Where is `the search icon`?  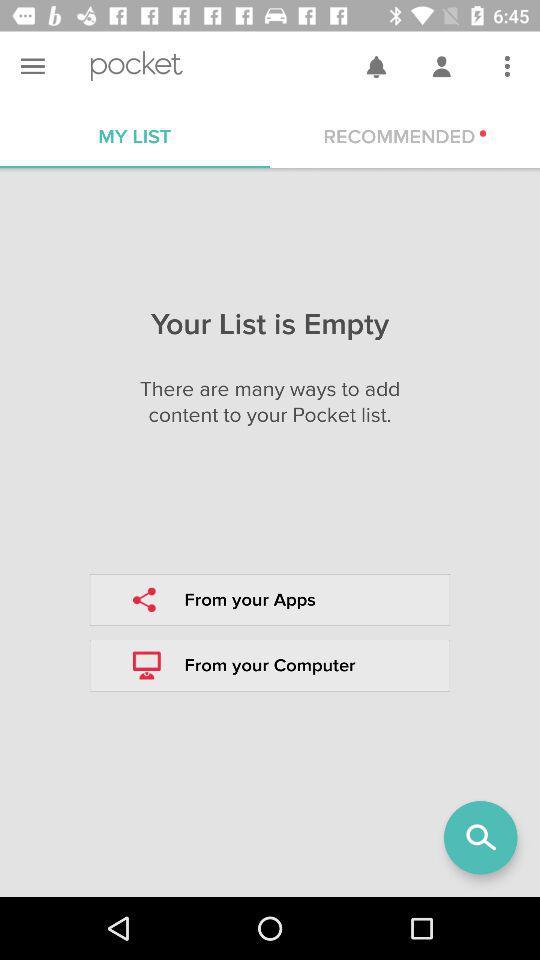
the search icon is located at coordinates (479, 837).